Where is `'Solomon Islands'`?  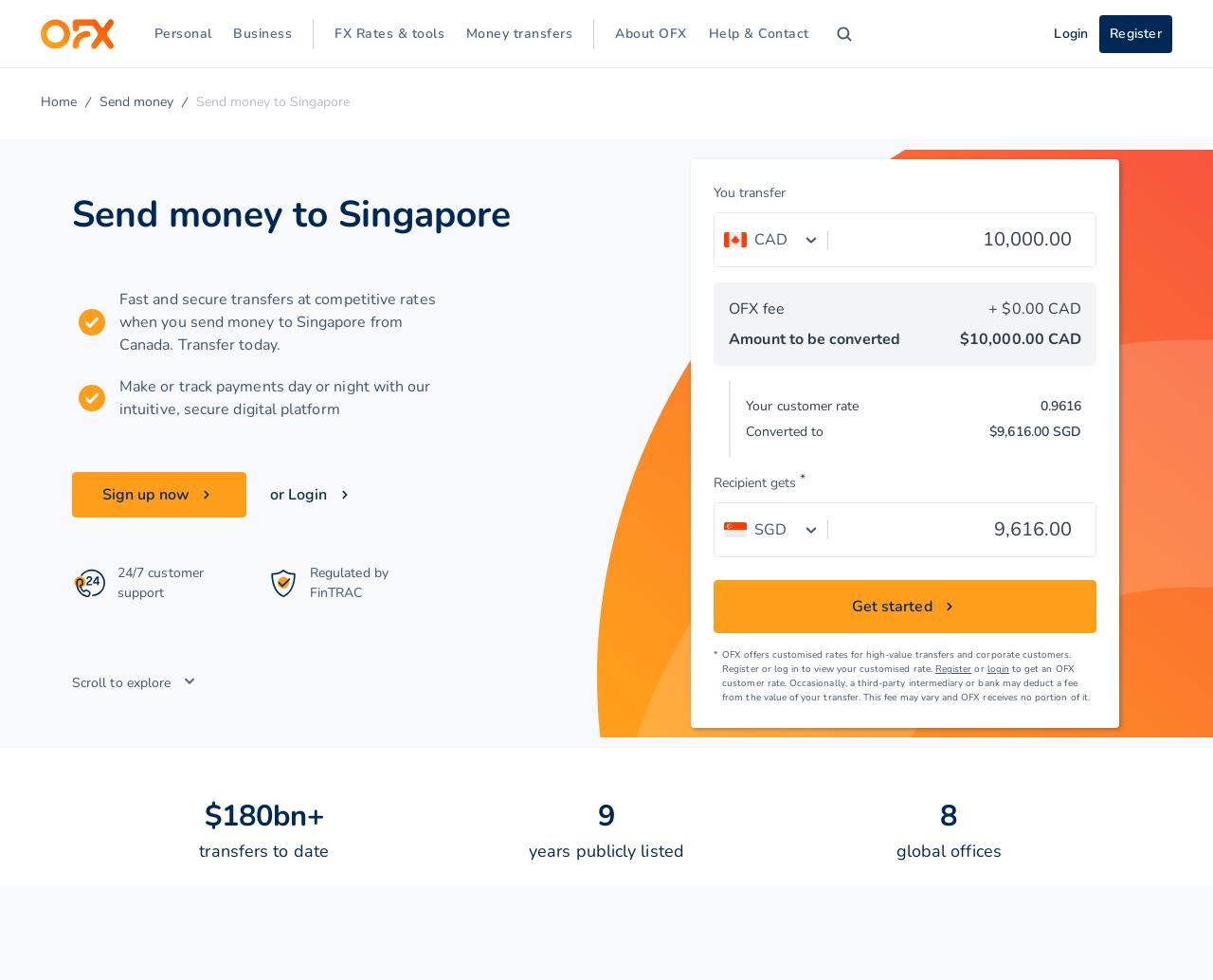
'Solomon Islands' is located at coordinates (902, 830).